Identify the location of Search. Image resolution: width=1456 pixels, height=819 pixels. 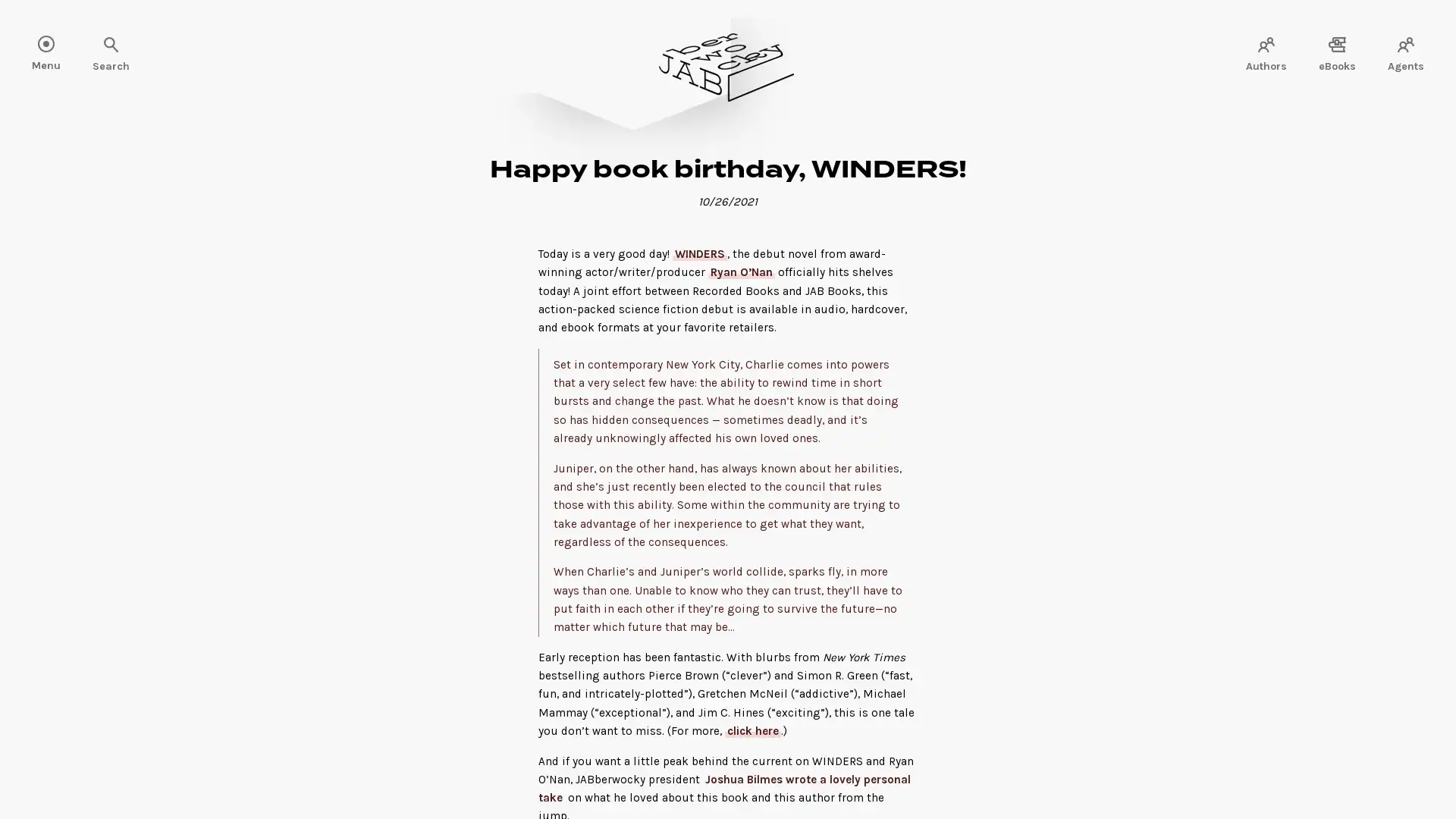
(61, 45).